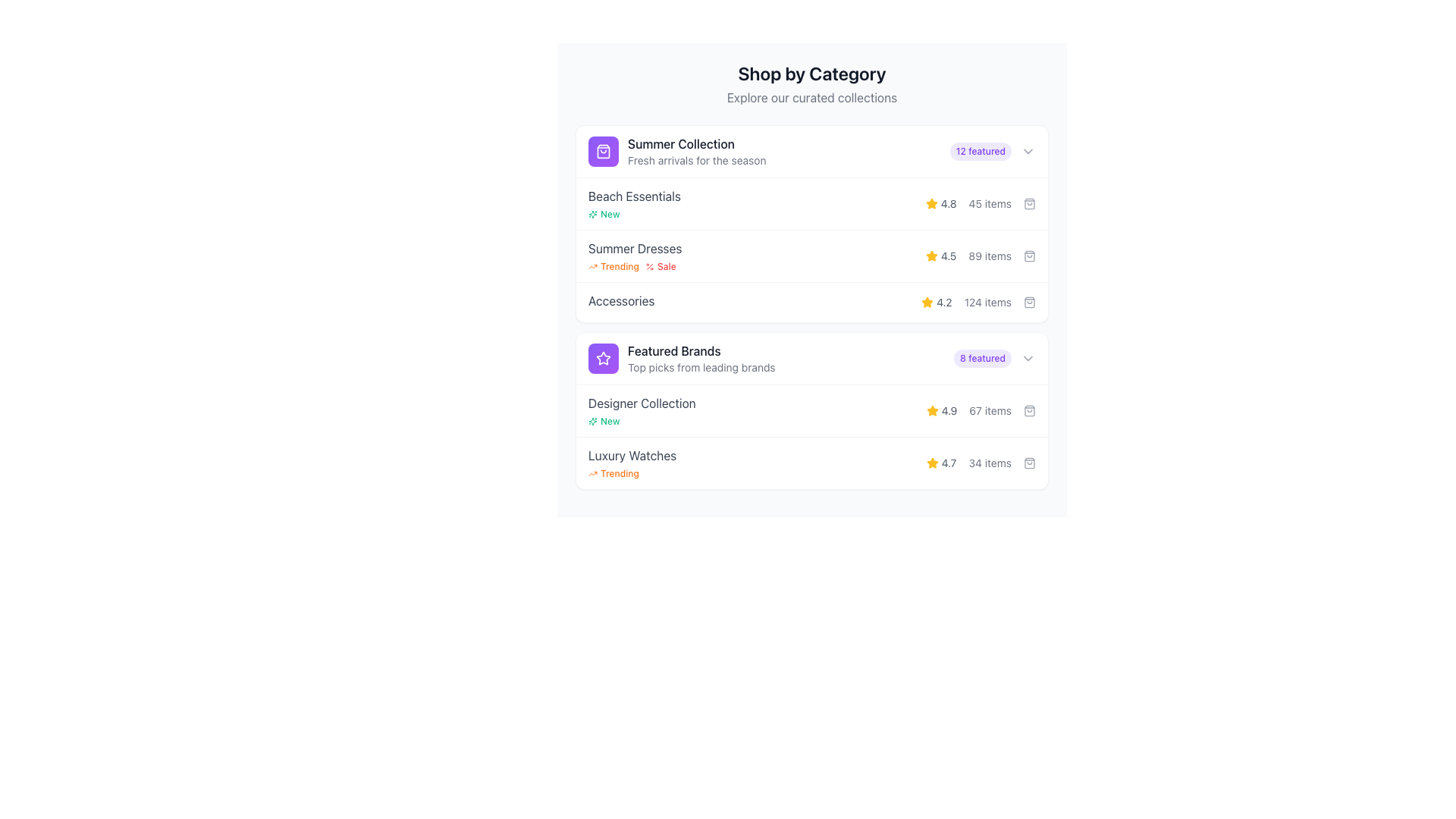 The height and width of the screenshot is (819, 1456). What do you see at coordinates (990, 256) in the screenshot?
I see `informational text displaying '89 items' located in the rightmost part of the section below the 'Summer Dresses' title in the second card under the 'Shop by Category' panel` at bounding box center [990, 256].